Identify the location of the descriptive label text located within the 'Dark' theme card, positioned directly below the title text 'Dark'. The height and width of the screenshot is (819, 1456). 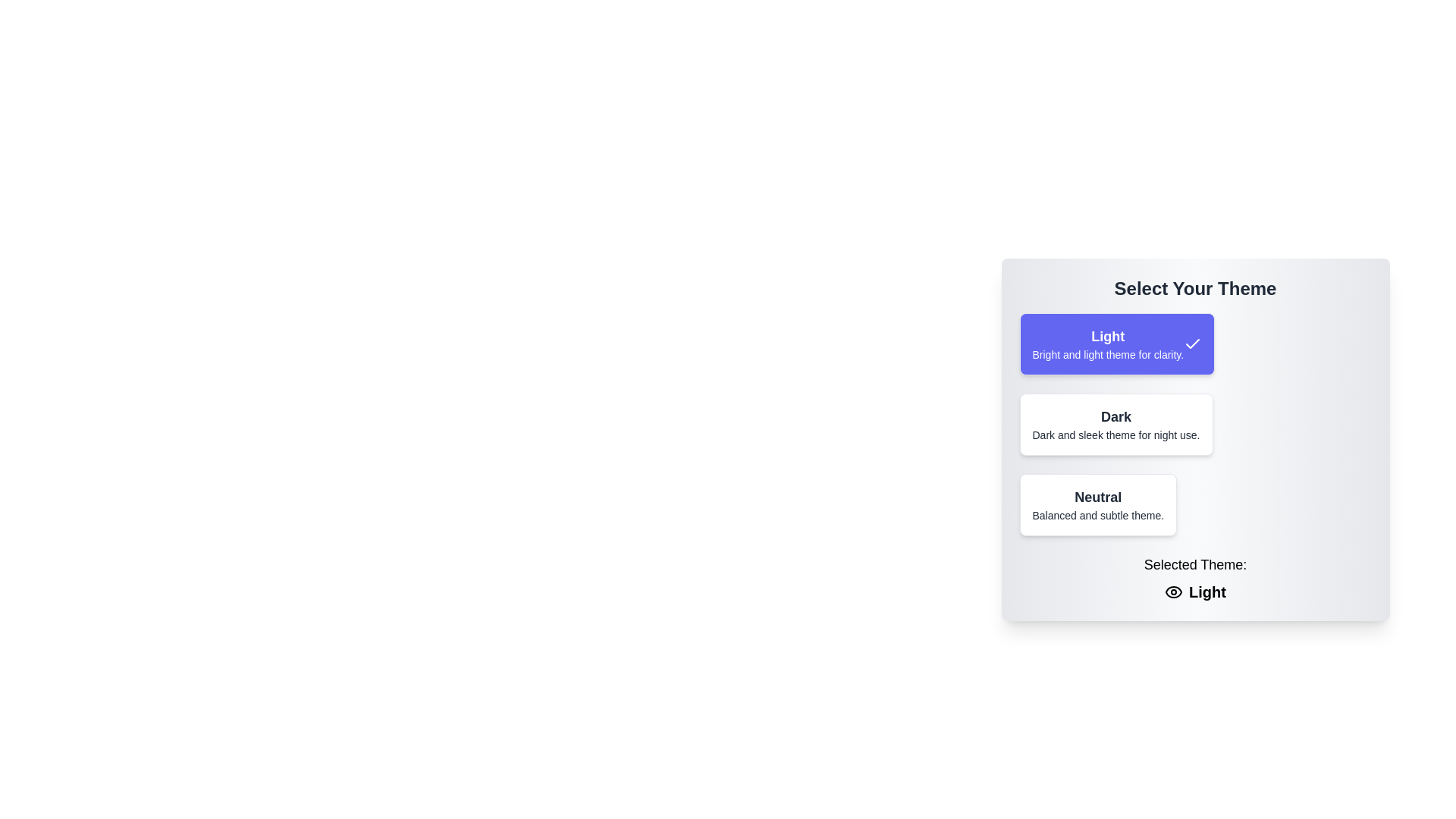
(1116, 435).